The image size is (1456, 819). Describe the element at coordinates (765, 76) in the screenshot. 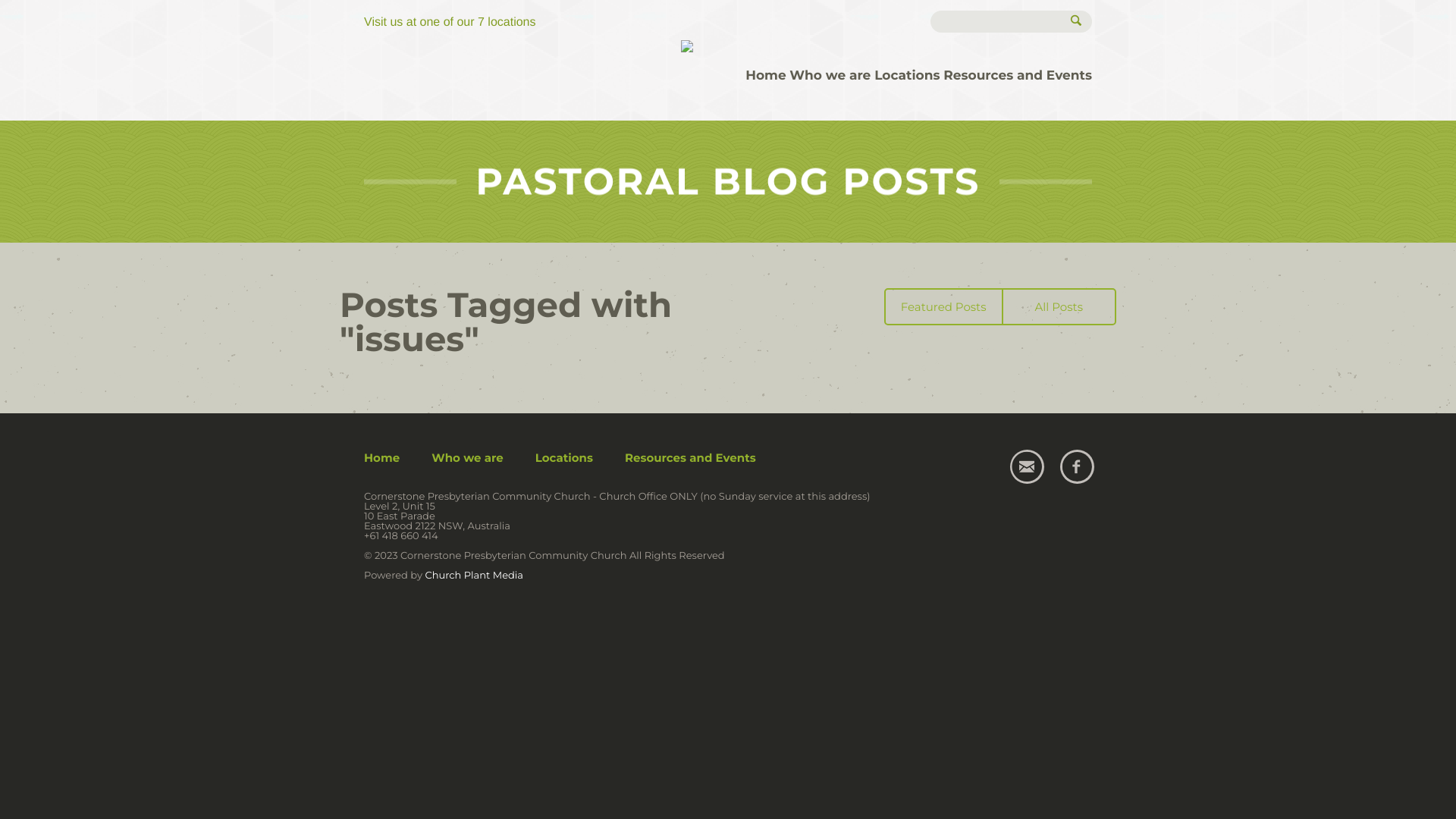

I see `'Home'` at that location.